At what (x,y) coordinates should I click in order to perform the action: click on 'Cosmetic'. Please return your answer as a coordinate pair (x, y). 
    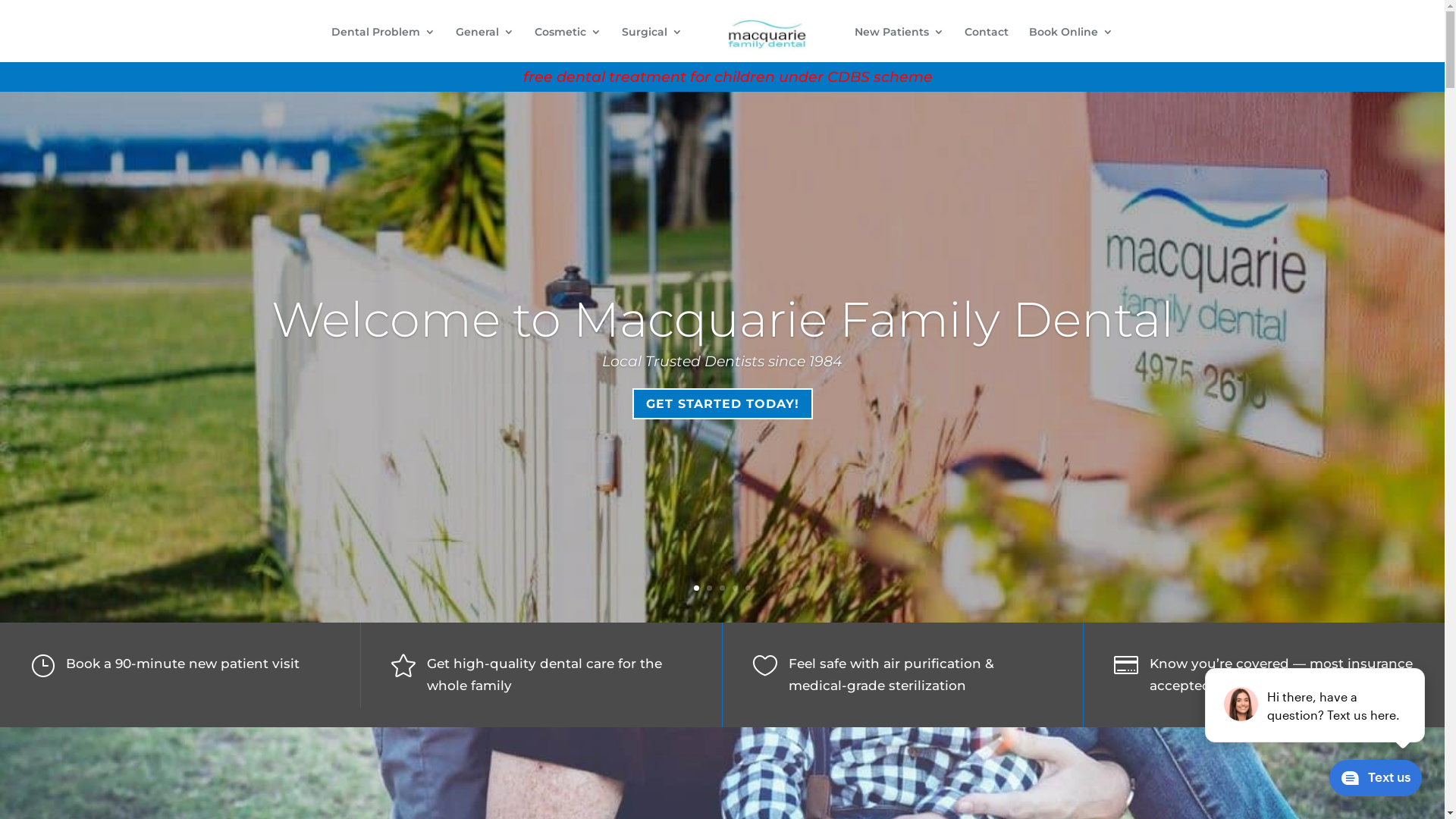
    Looking at the image, I should click on (535, 43).